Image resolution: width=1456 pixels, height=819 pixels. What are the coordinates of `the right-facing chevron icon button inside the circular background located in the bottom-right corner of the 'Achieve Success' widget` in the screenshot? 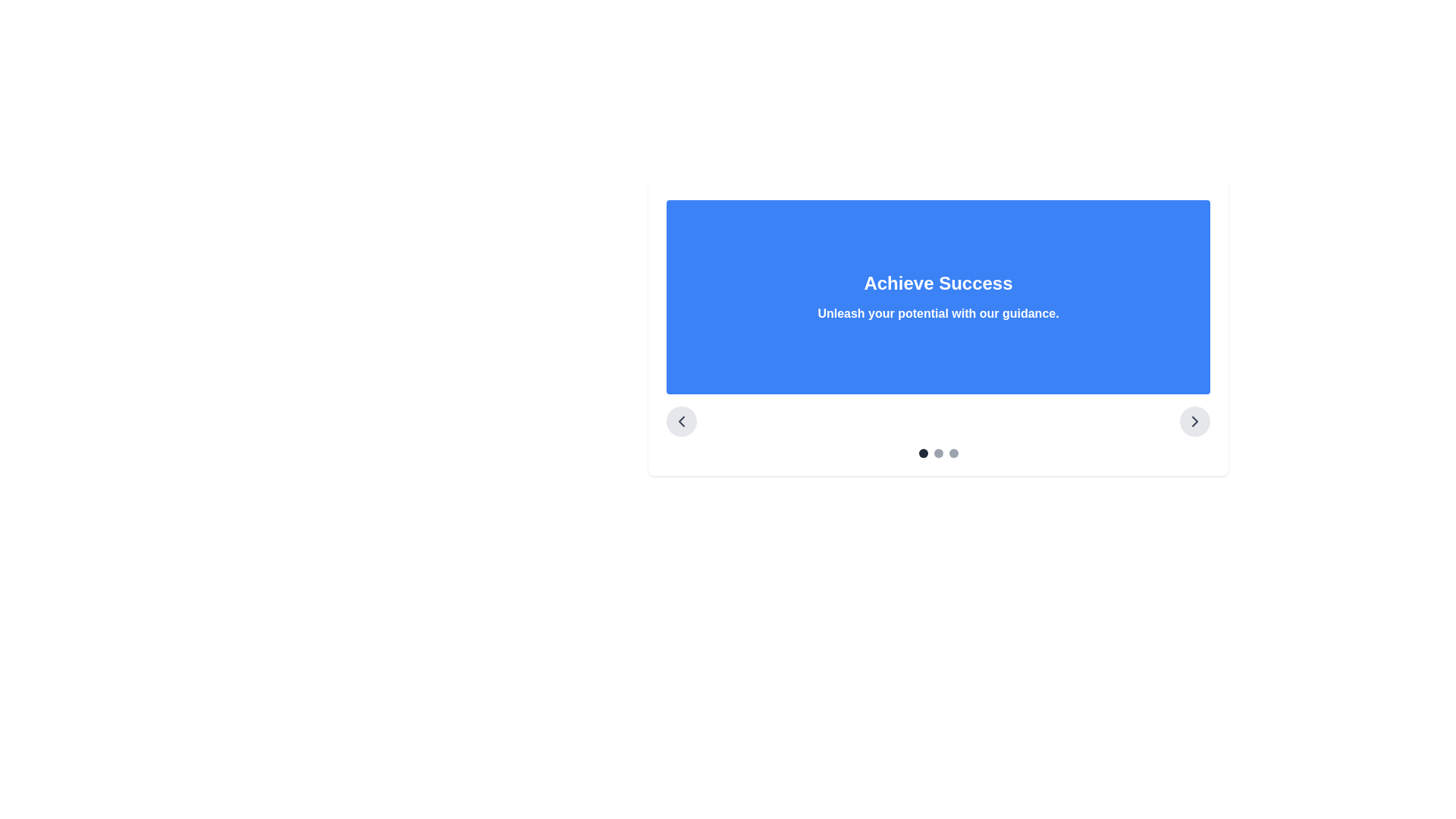 It's located at (1194, 421).